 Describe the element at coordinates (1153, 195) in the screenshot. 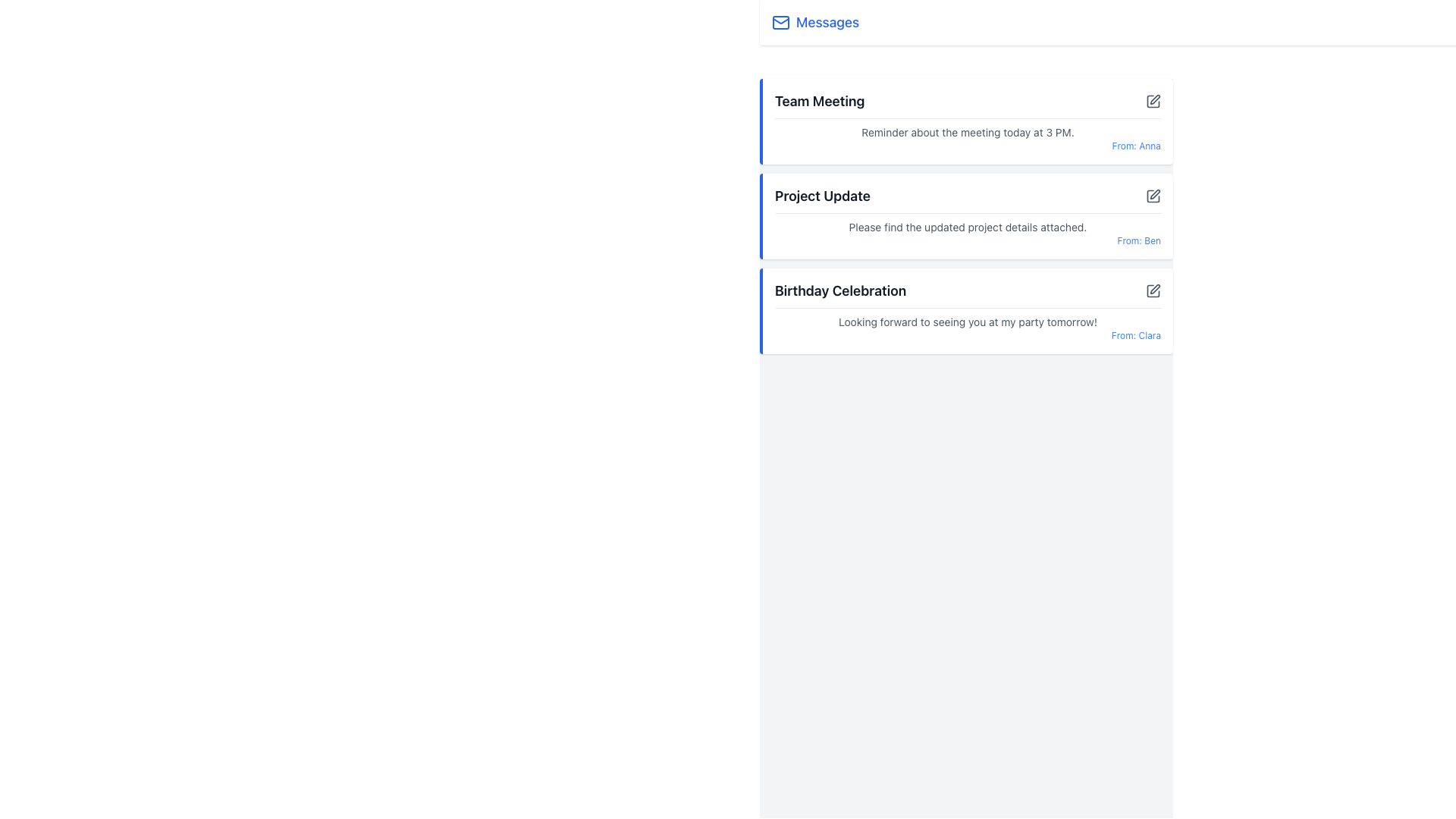

I see `the outer square of the pen-and-square icon located in the second message card titled 'Project Update'` at that location.